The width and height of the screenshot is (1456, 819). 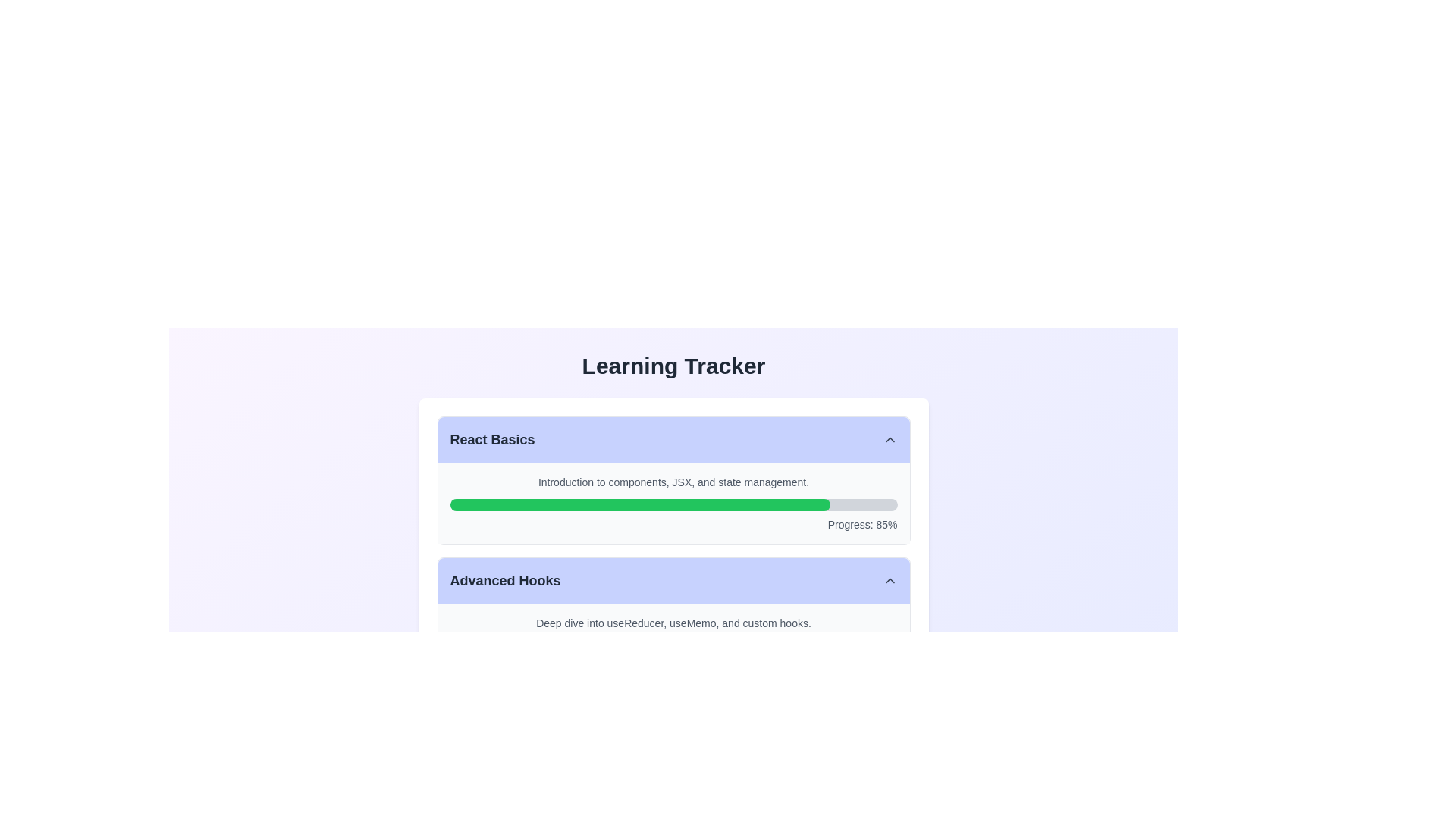 What do you see at coordinates (890, 580) in the screenshot?
I see `the Chevron Up icon` at bounding box center [890, 580].